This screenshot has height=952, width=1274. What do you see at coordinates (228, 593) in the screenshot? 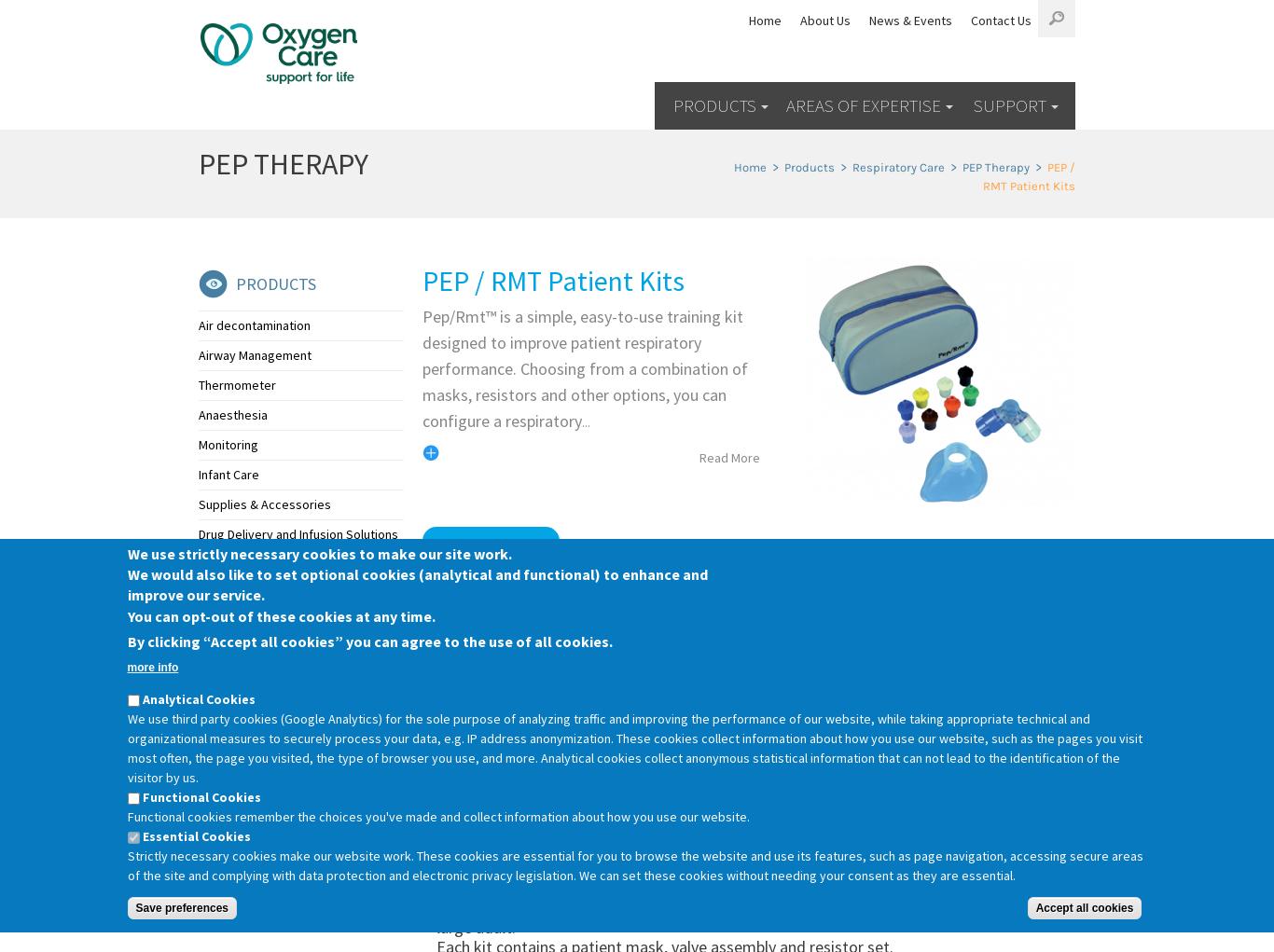
I see `'Ventilation'` at bounding box center [228, 593].